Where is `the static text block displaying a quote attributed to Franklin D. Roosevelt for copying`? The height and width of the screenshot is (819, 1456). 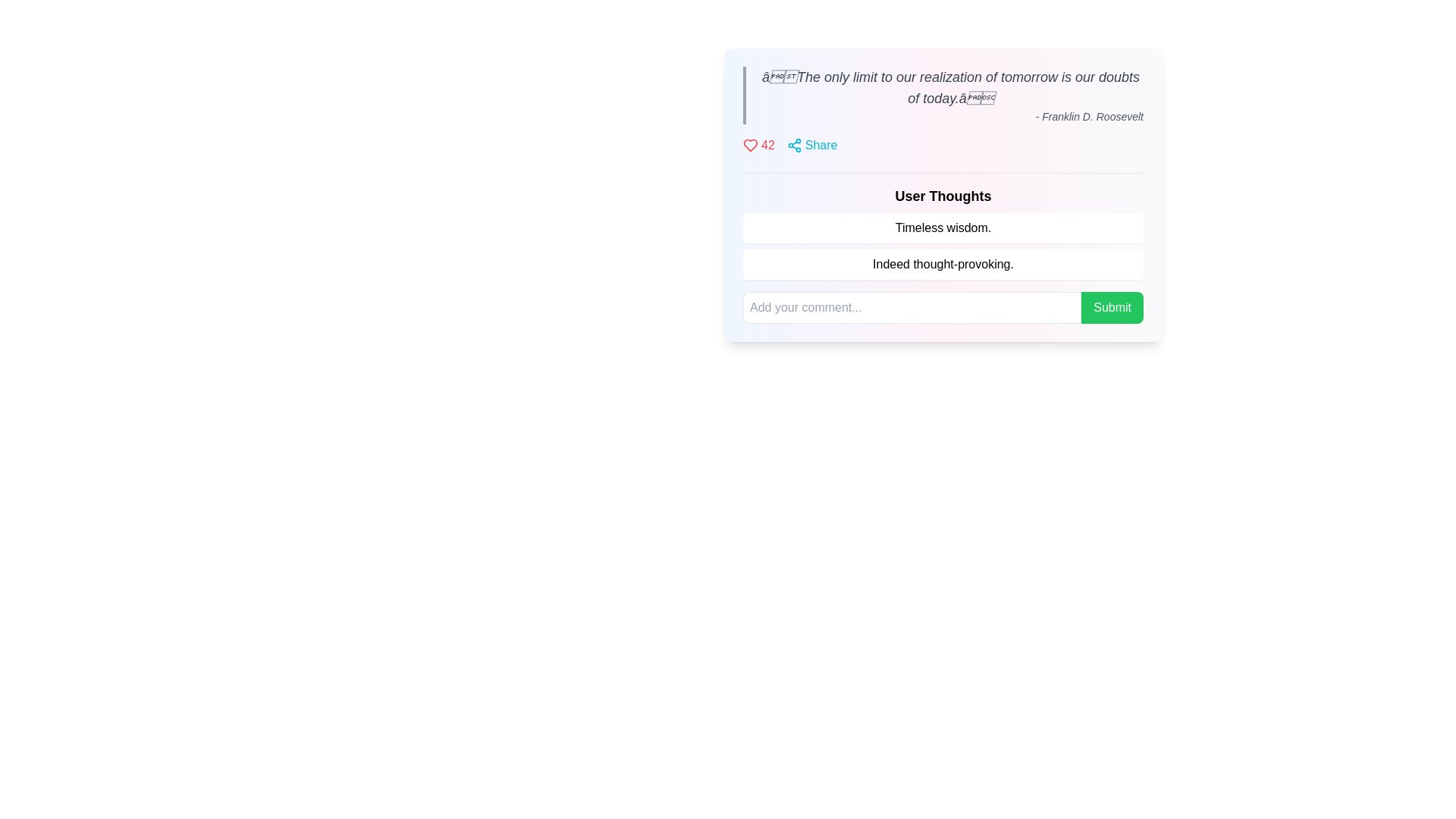 the static text block displaying a quote attributed to Franklin D. Roosevelt for copying is located at coordinates (942, 96).